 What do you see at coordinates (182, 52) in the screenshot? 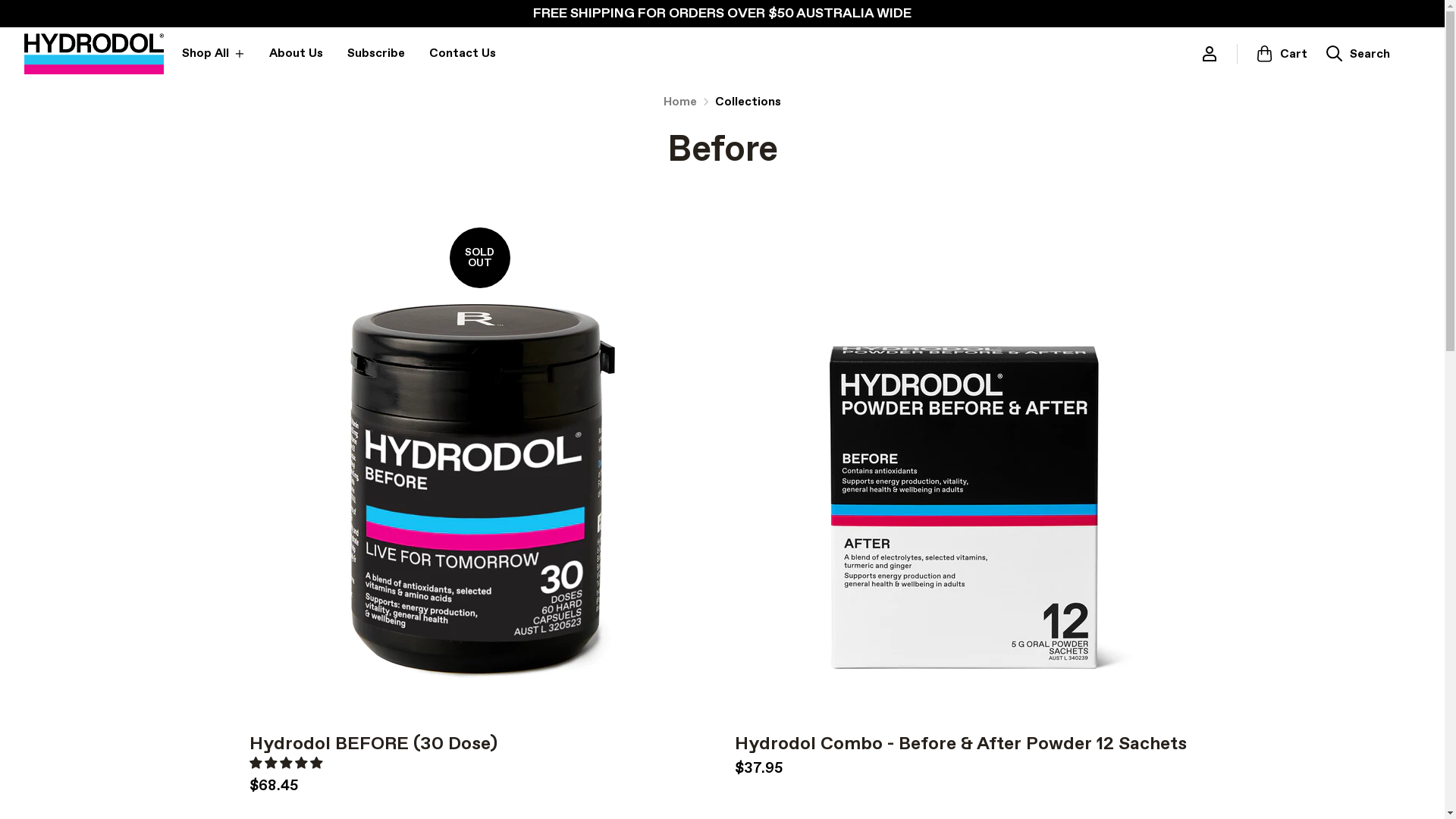
I see `'Shop All'` at bounding box center [182, 52].